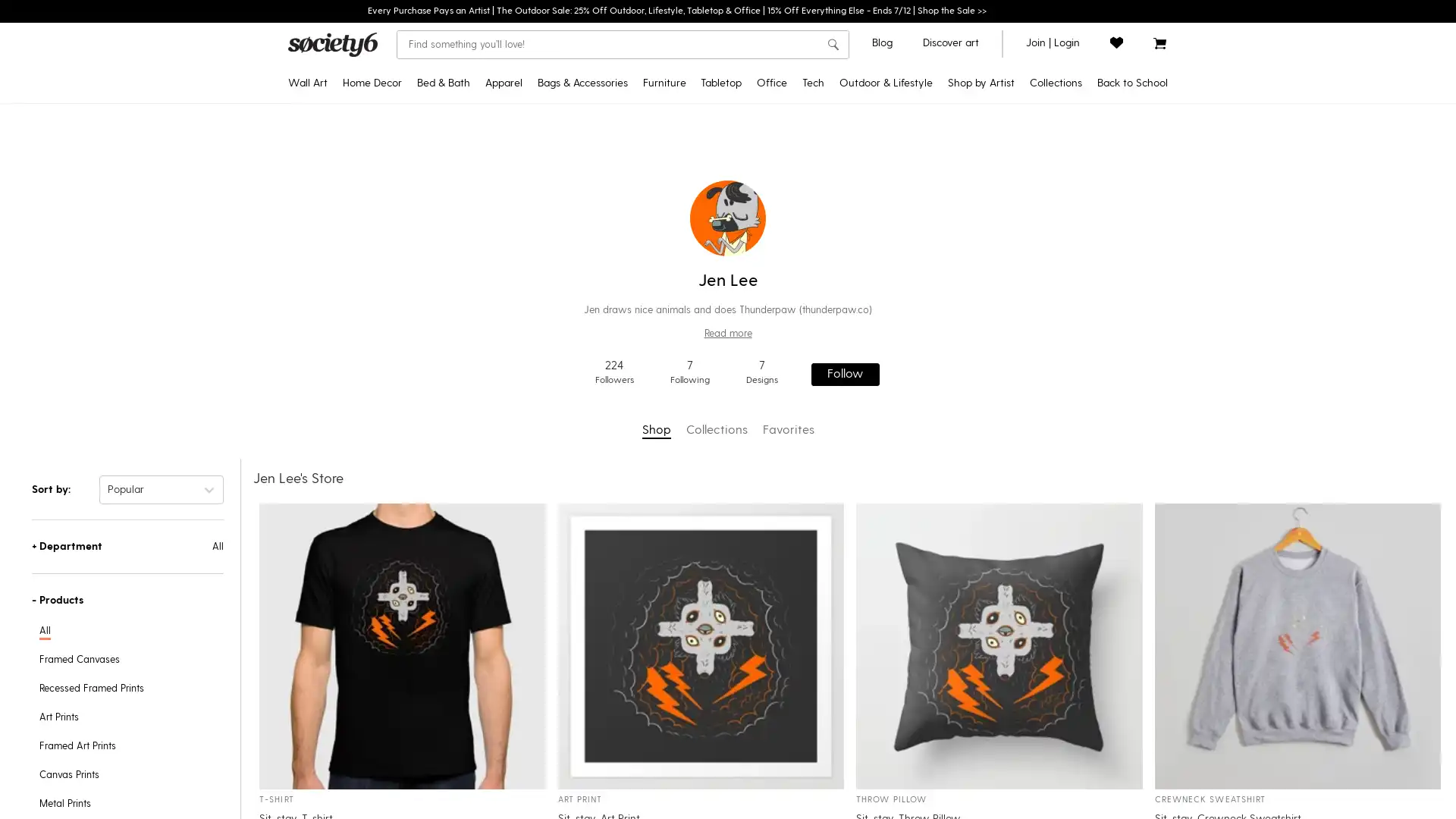 This screenshot has width=1456, height=819. I want to click on Framed Canvas Prints, so click(356, 219).